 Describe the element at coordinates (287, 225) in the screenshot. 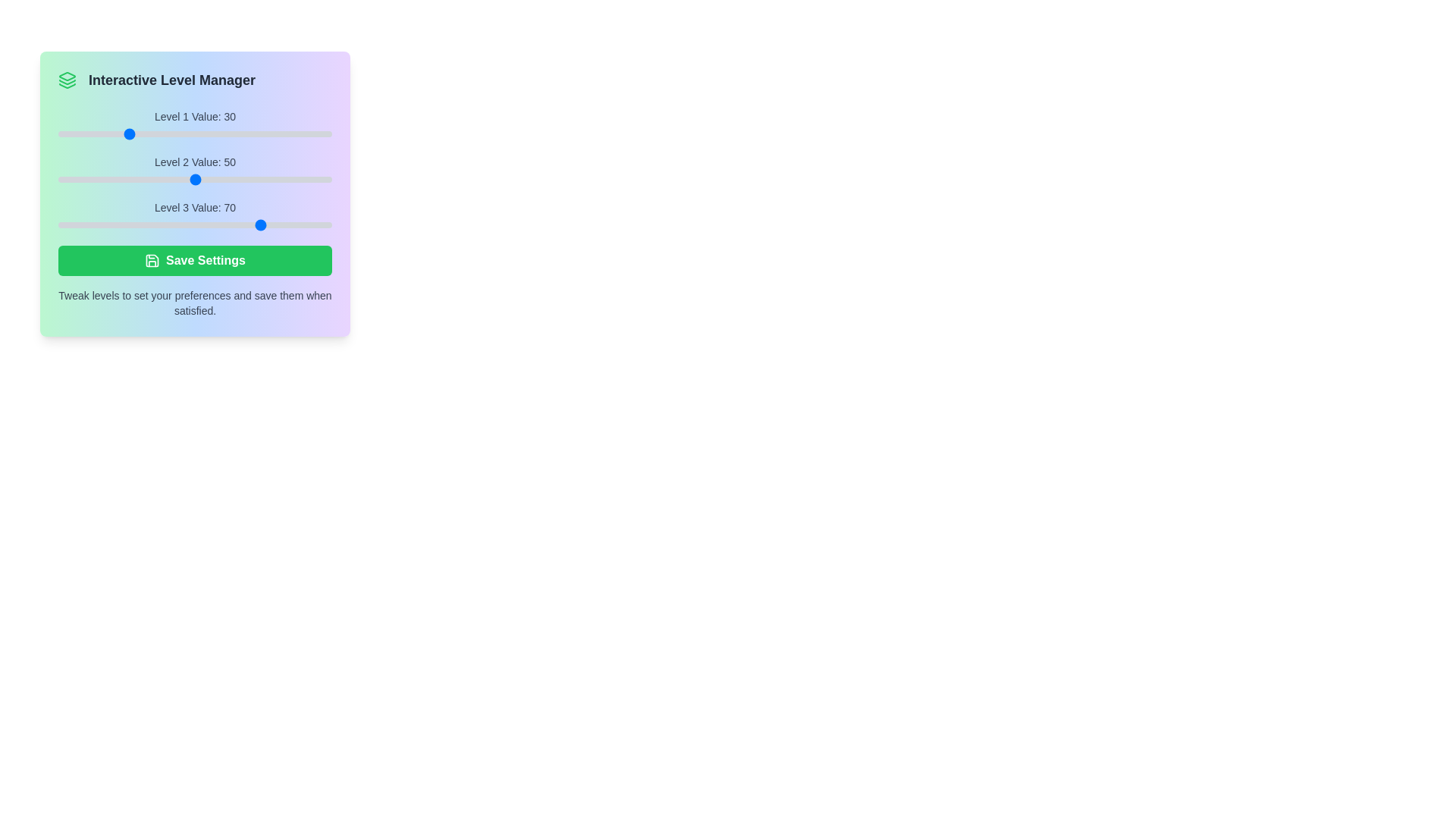

I see `the Level 3 value` at that location.